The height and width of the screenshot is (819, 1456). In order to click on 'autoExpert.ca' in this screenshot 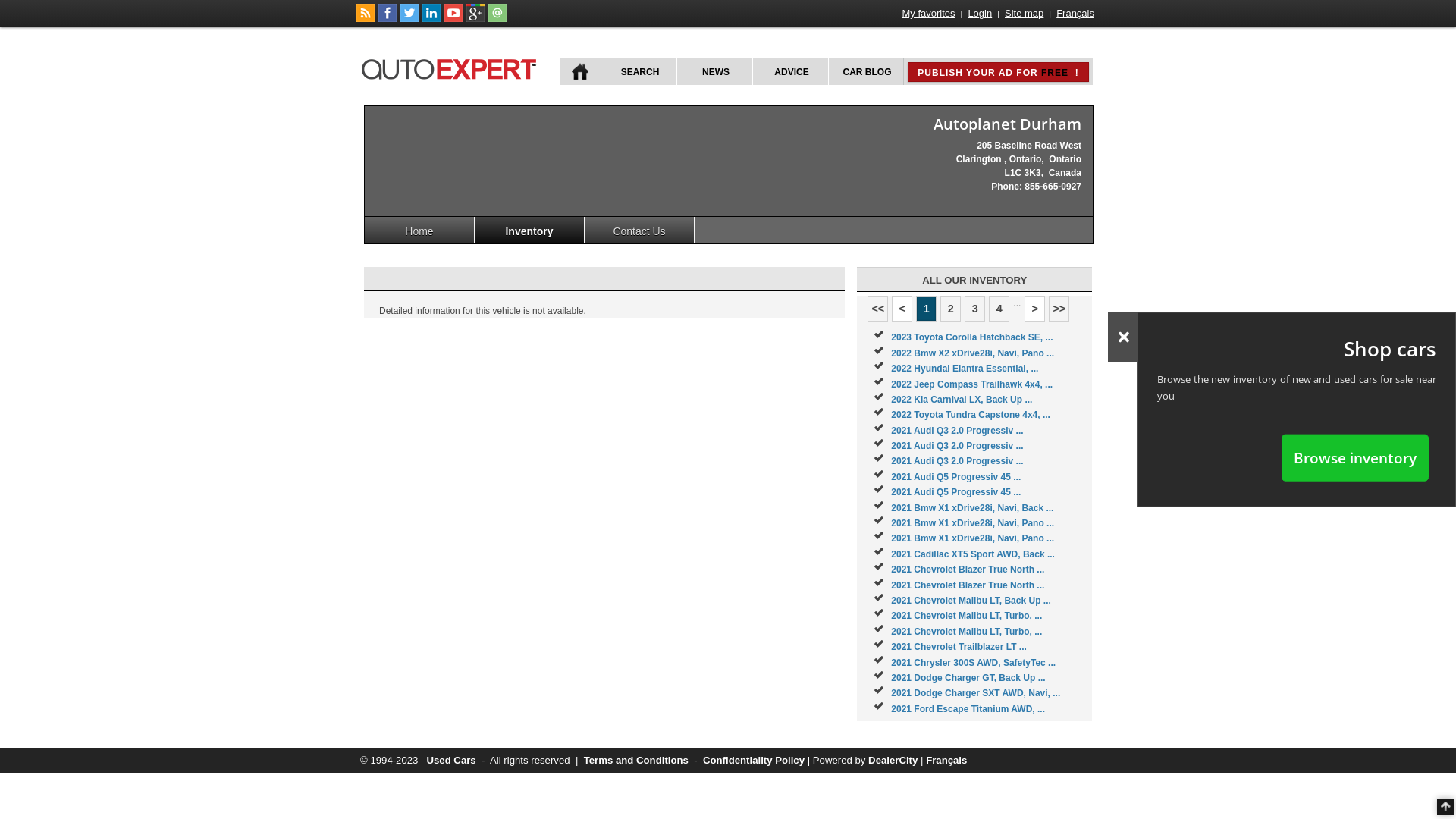, I will do `click(450, 66)`.